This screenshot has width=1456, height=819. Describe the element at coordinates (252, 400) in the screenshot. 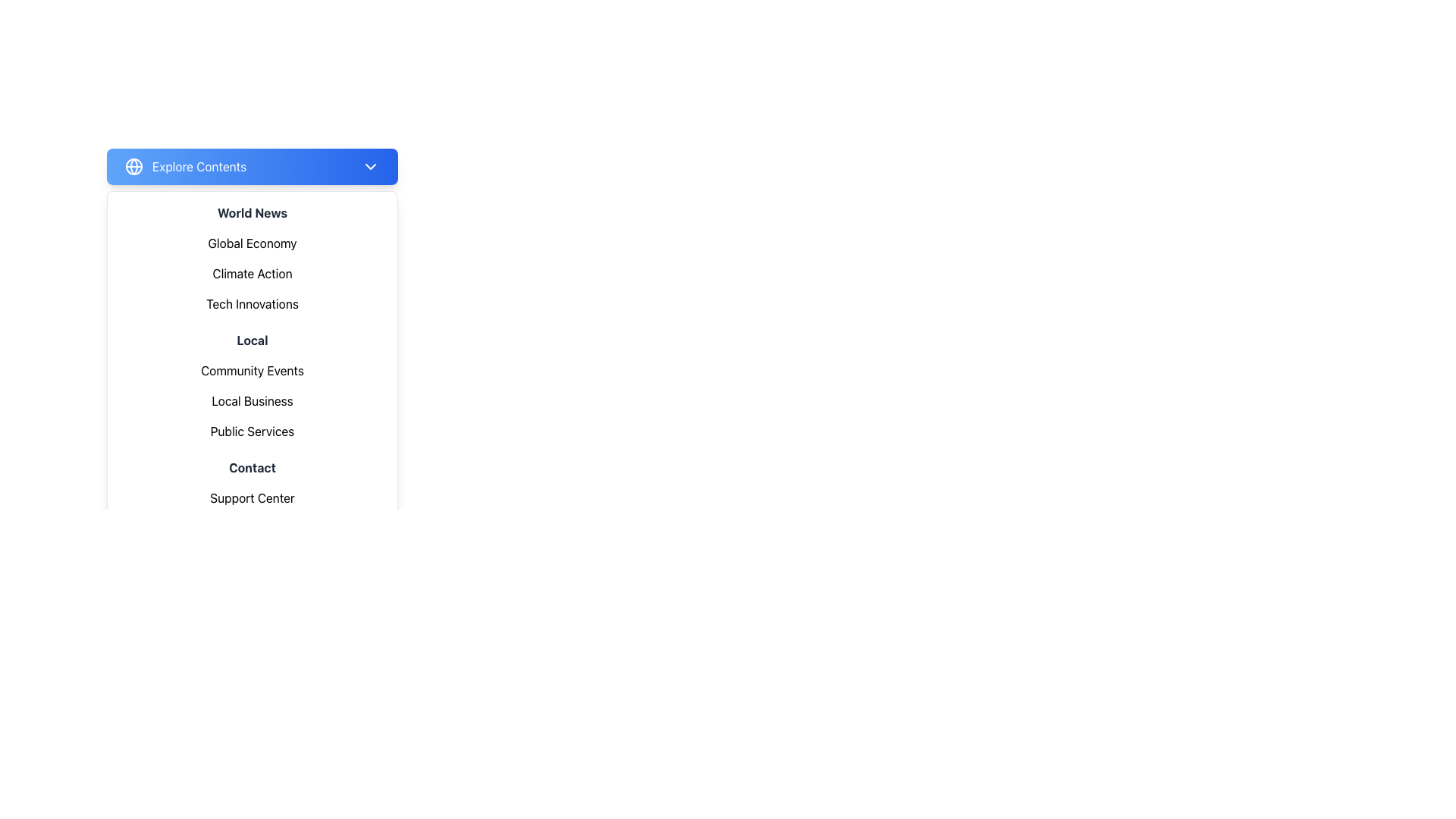

I see `the 'Local Business' clickable menu item` at that location.